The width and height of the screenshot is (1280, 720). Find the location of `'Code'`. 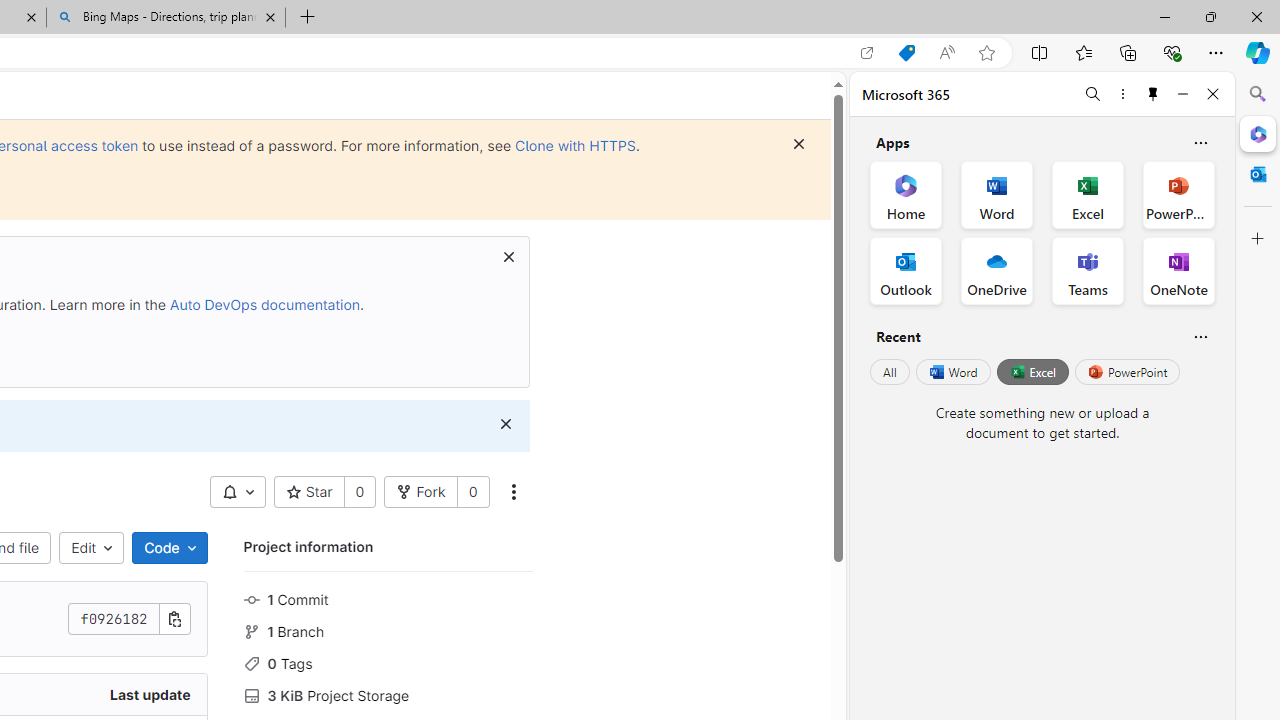

'Code' is located at coordinates (169, 547).